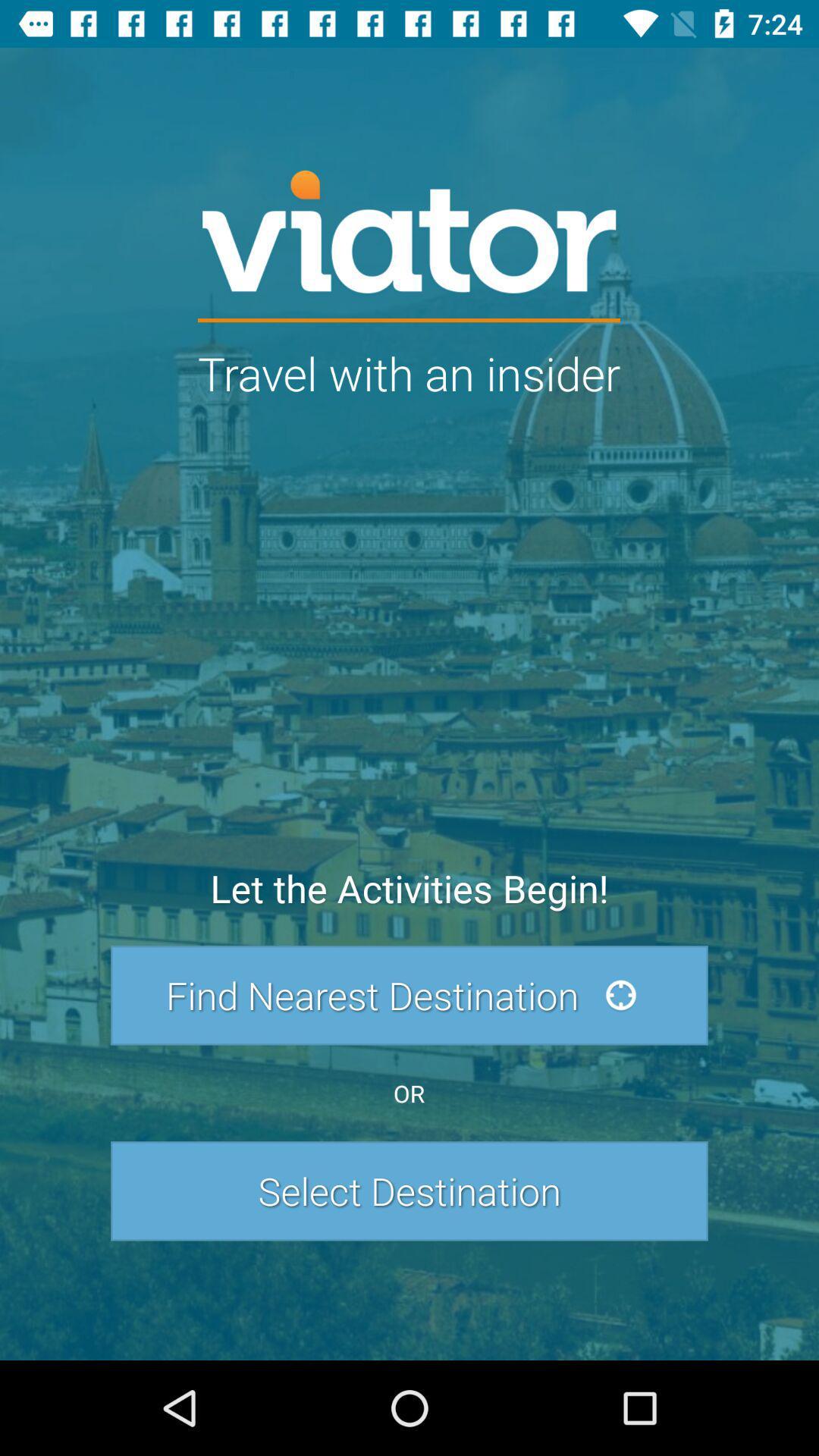 The height and width of the screenshot is (1456, 819). What do you see at coordinates (409, 1190) in the screenshot?
I see `select destination item` at bounding box center [409, 1190].